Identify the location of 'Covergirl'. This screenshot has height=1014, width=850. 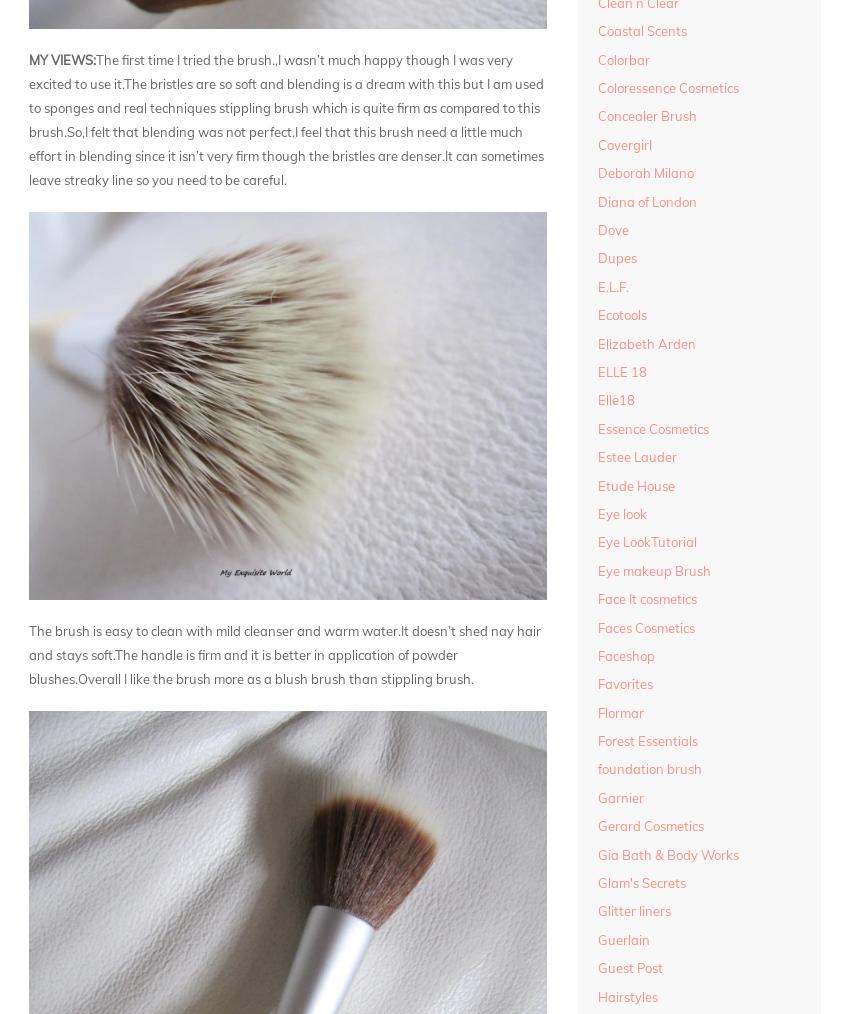
(596, 143).